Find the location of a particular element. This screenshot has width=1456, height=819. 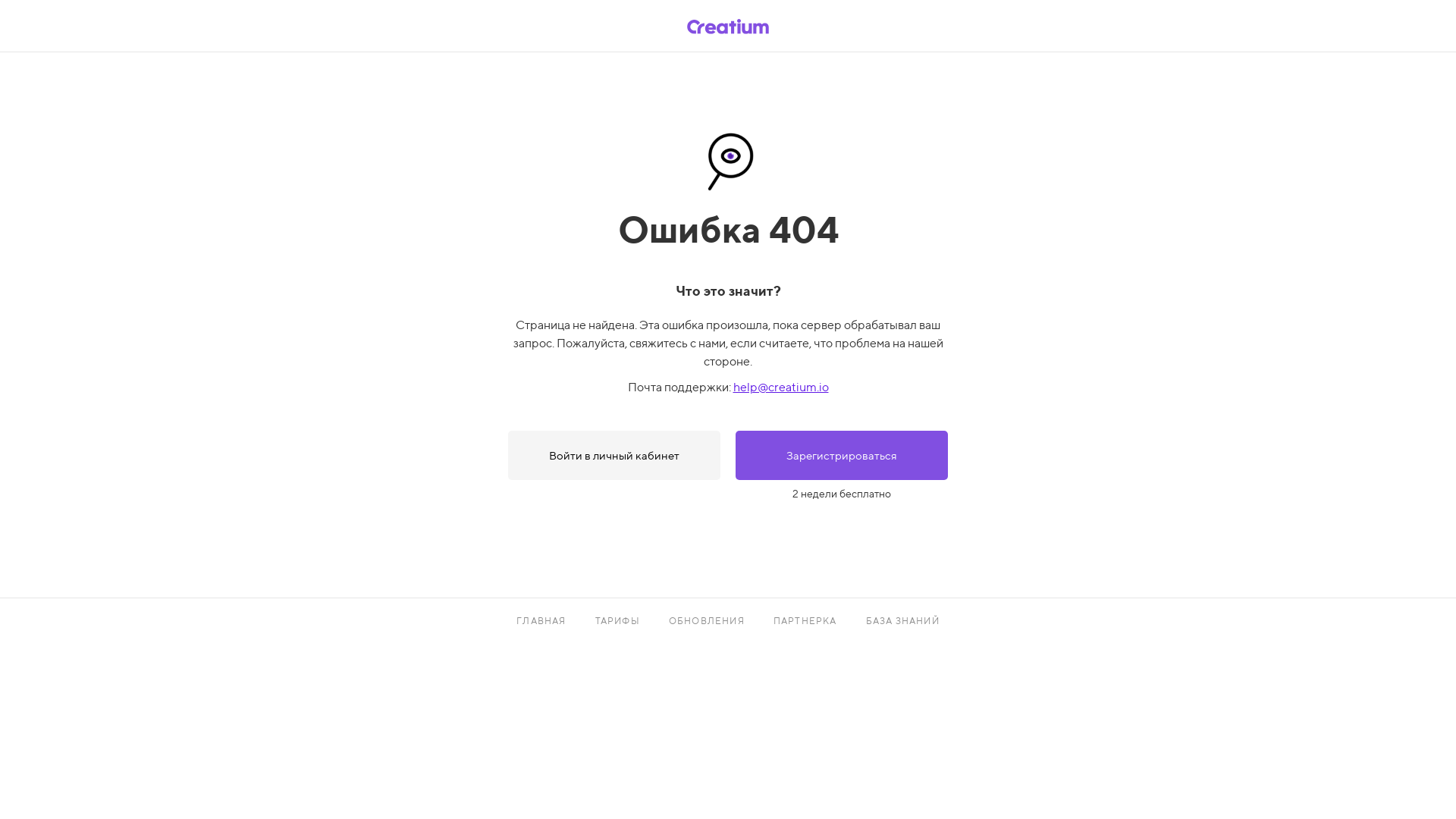

'help@creatium.io' is located at coordinates (780, 386).